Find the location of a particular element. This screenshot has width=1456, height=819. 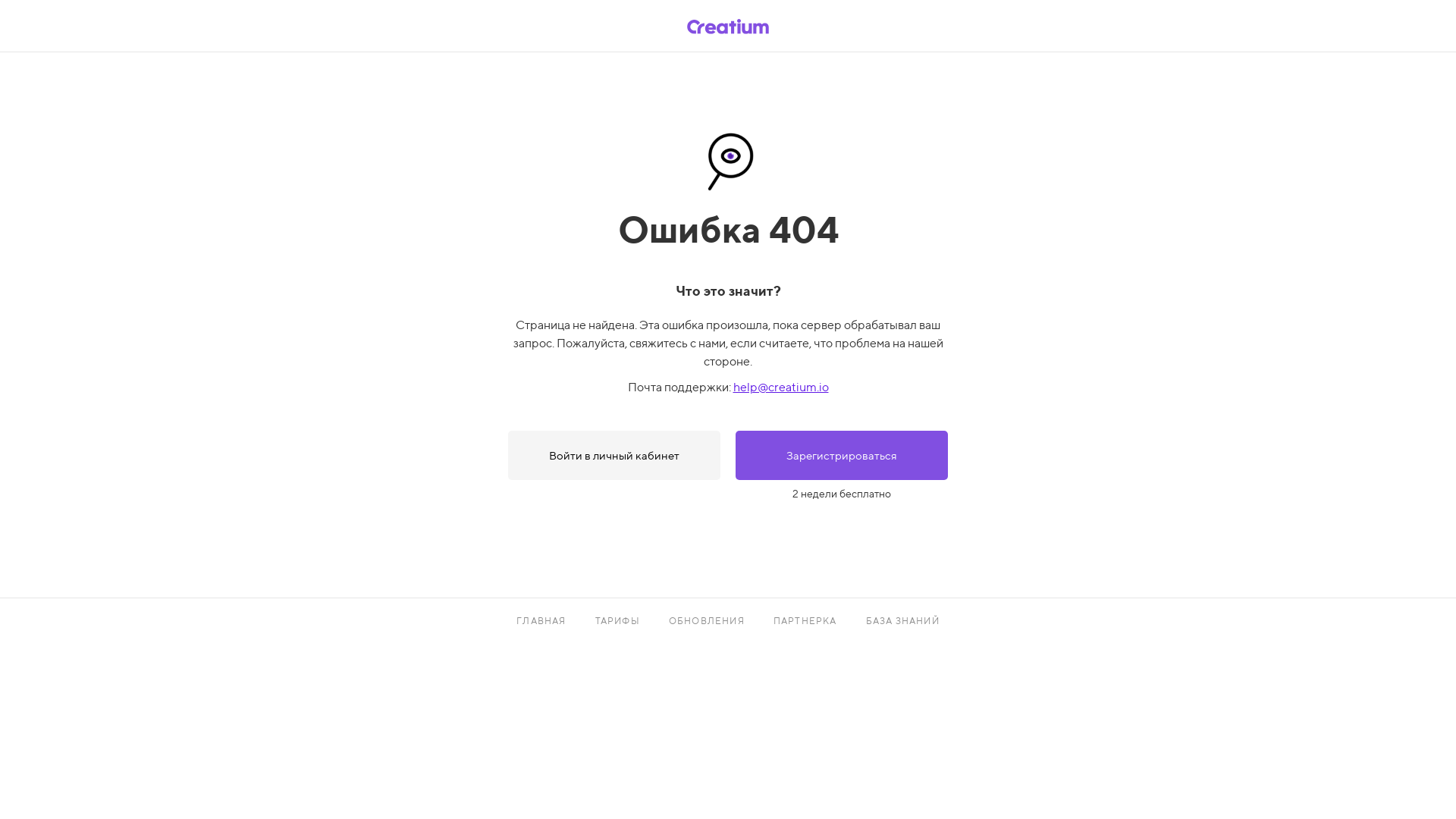

'help@creatium.io' is located at coordinates (780, 386).